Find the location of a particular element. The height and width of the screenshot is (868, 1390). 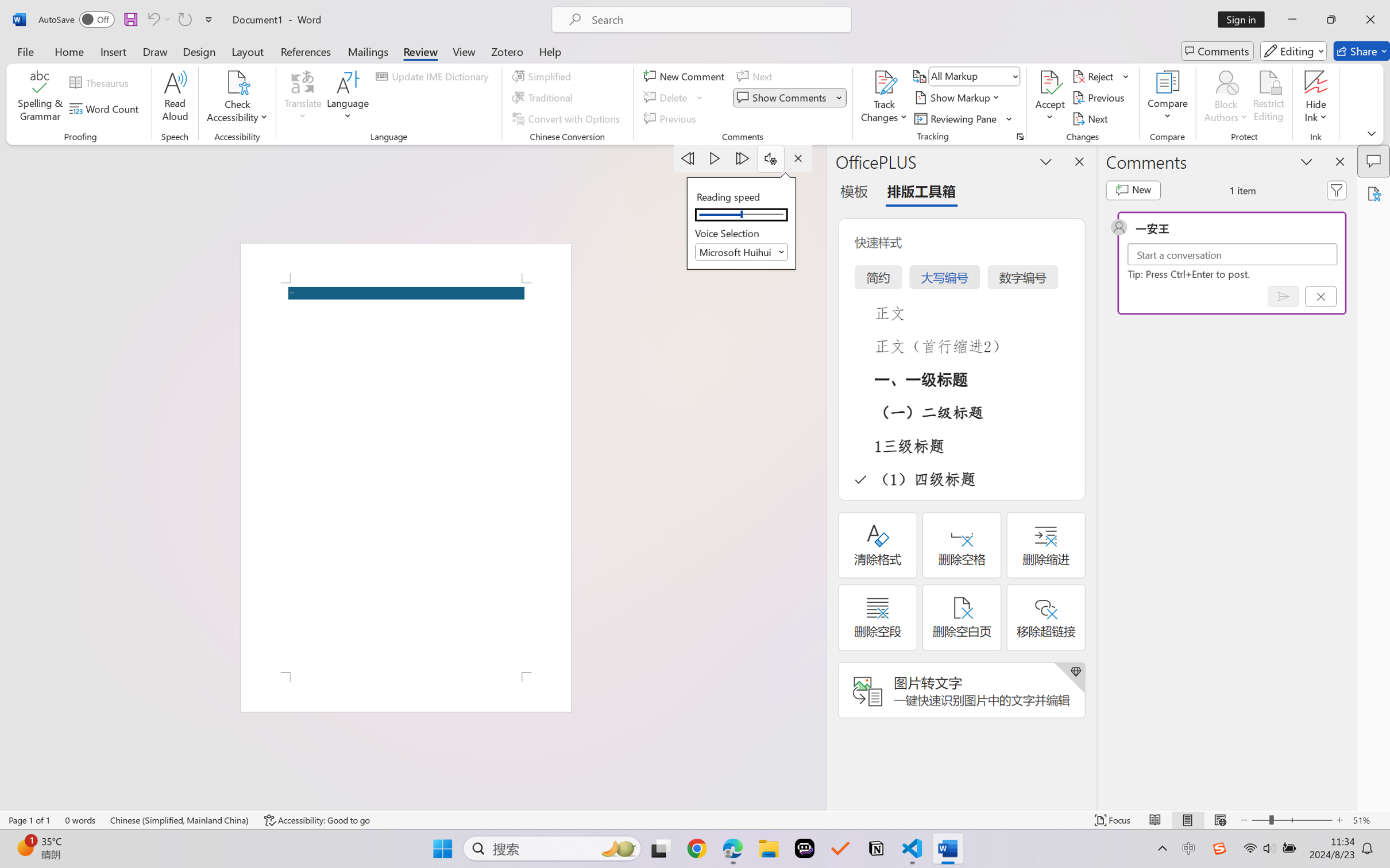

'Block Authors' is located at coordinates (1225, 82).